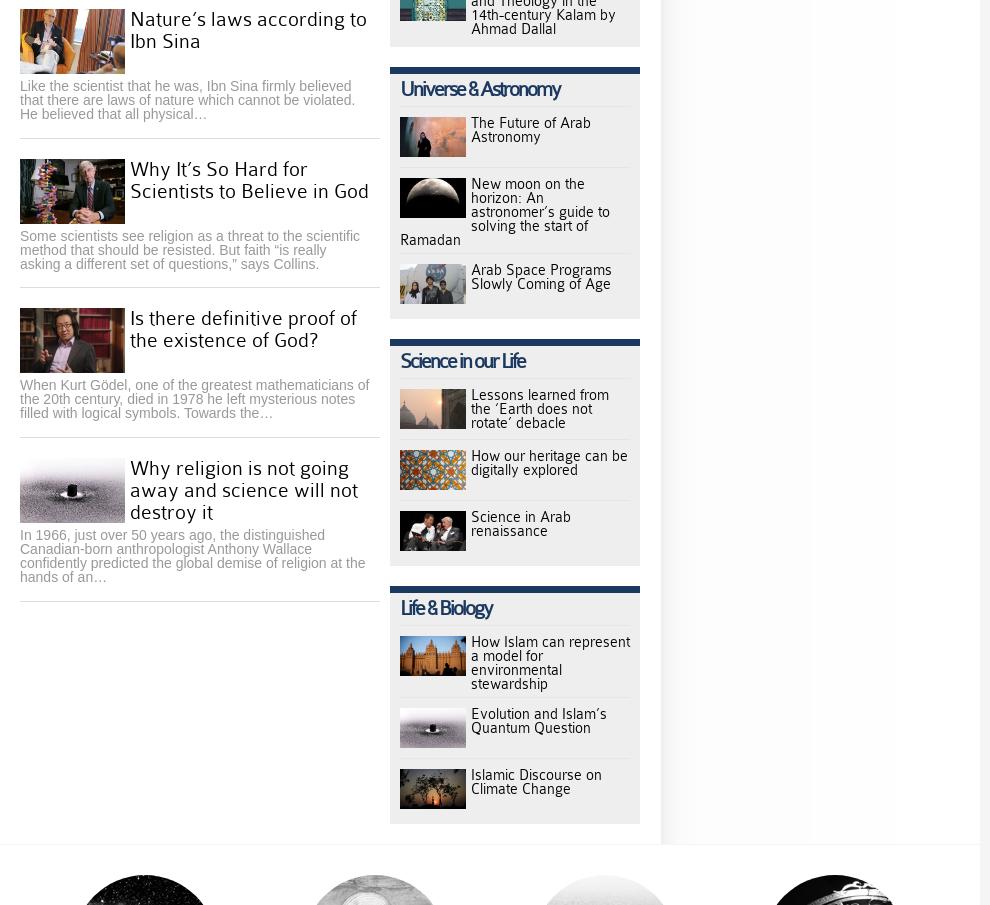 The width and height of the screenshot is (990, 905). Describe the element at coordinates (471, 463) in the screenshot. I see `'How our heritage can be digitally explored'` at that location.